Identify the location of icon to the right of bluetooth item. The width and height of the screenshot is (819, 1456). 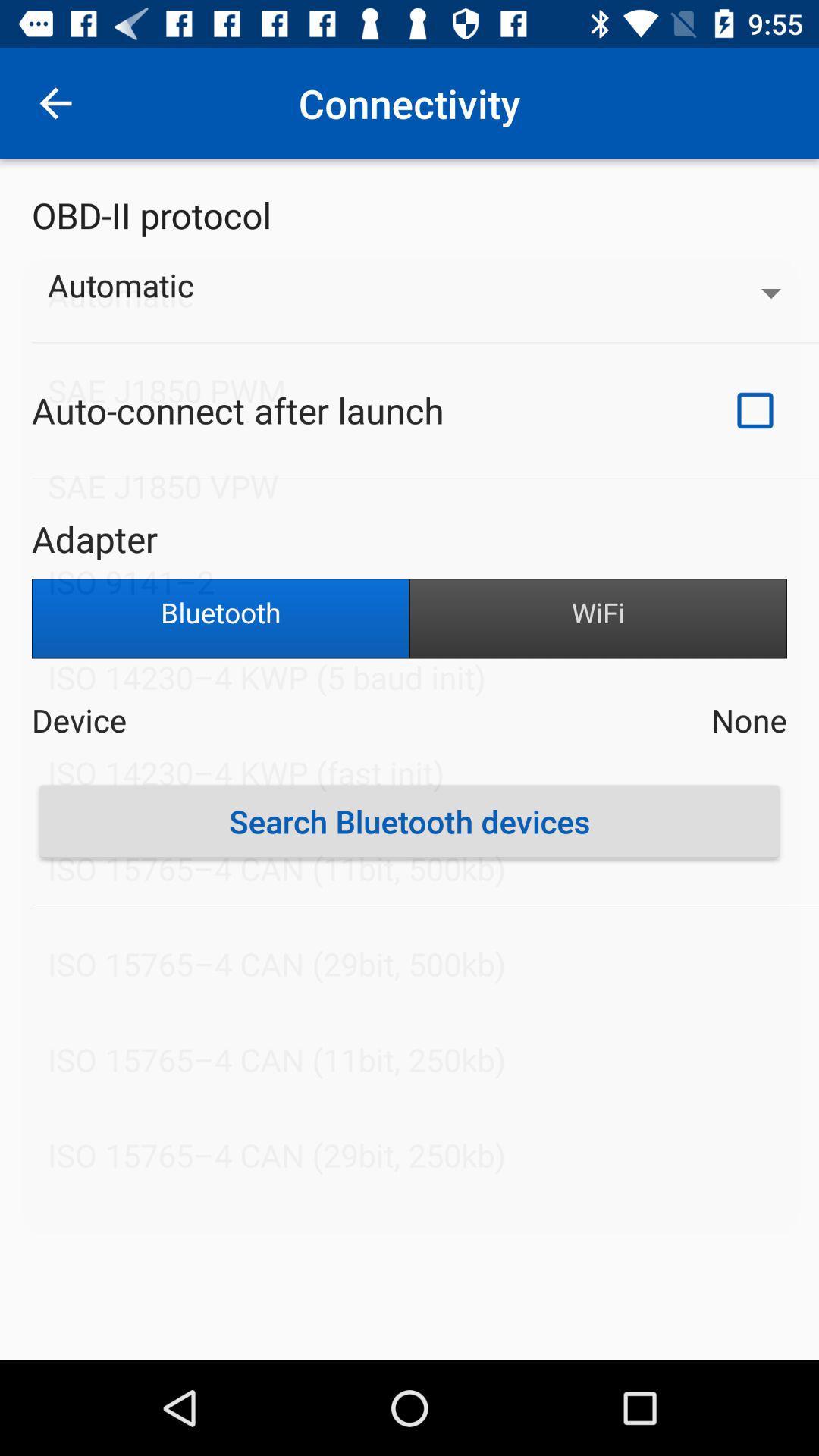
(598, 619).